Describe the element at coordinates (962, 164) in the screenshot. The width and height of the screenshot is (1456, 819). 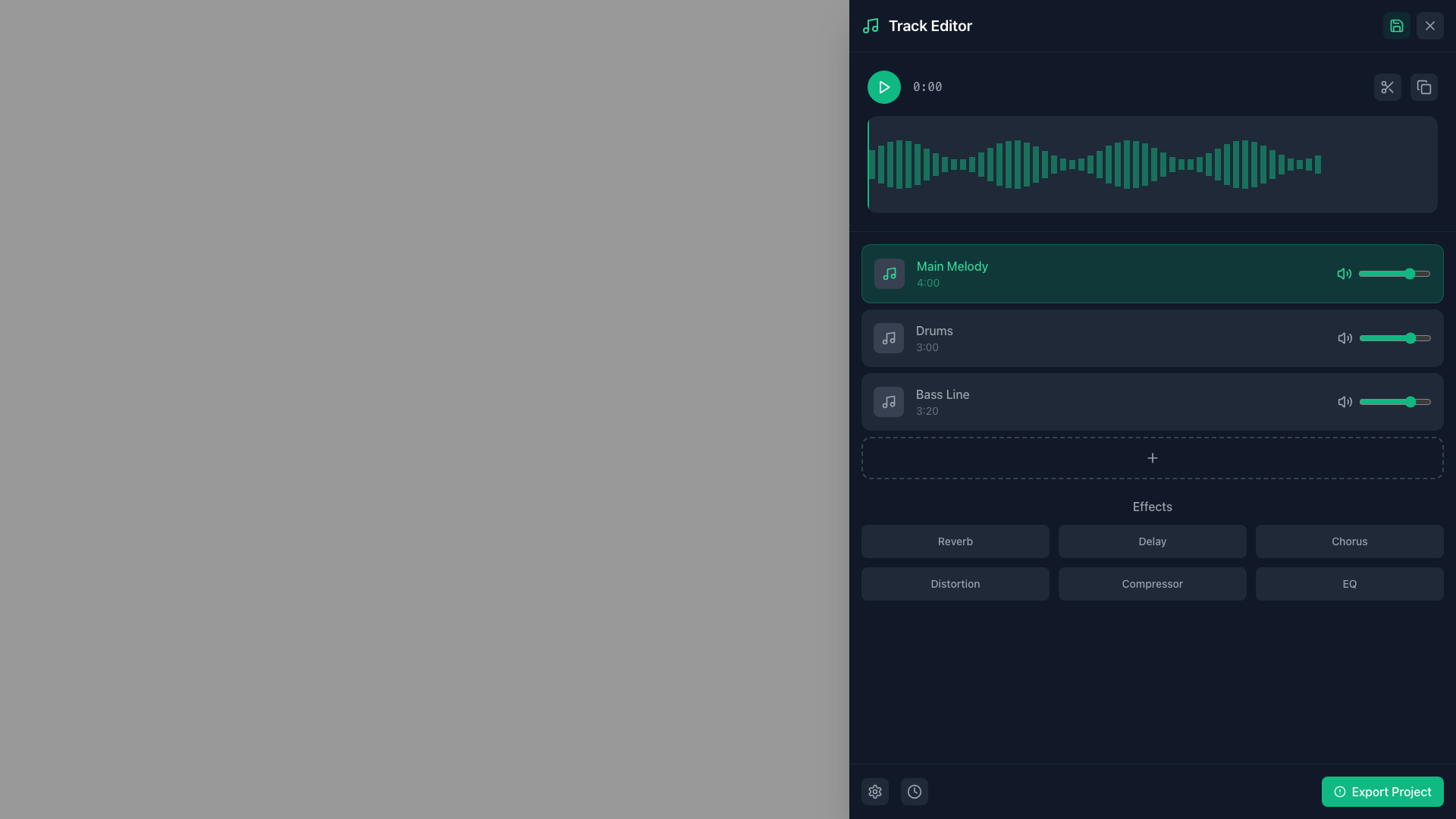
I see `the 11th light green translucent vertical bar in the waveform display` at that location.